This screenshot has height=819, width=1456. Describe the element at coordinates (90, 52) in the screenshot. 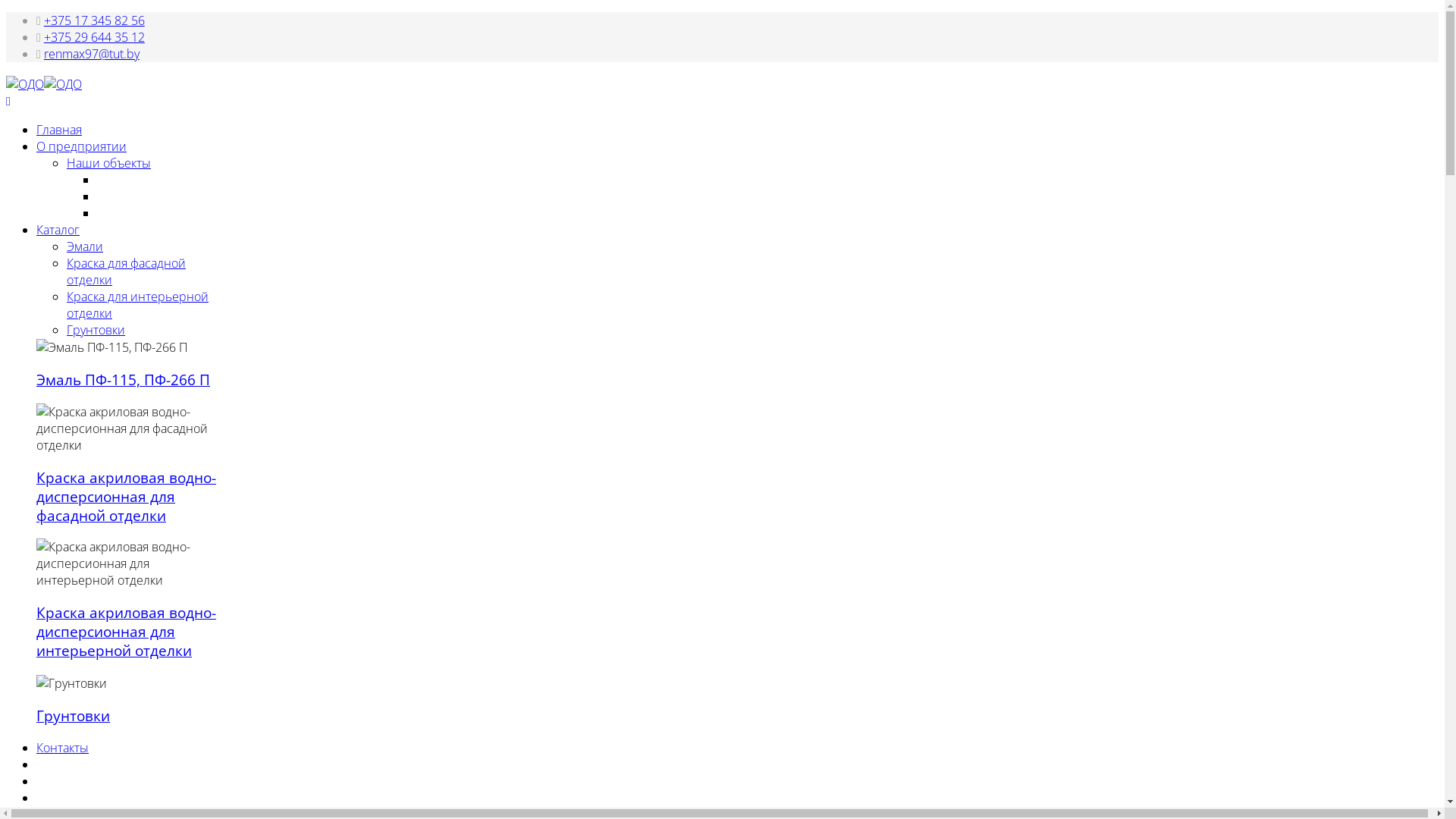

I see `'renmax97@tut.by'` at that location.